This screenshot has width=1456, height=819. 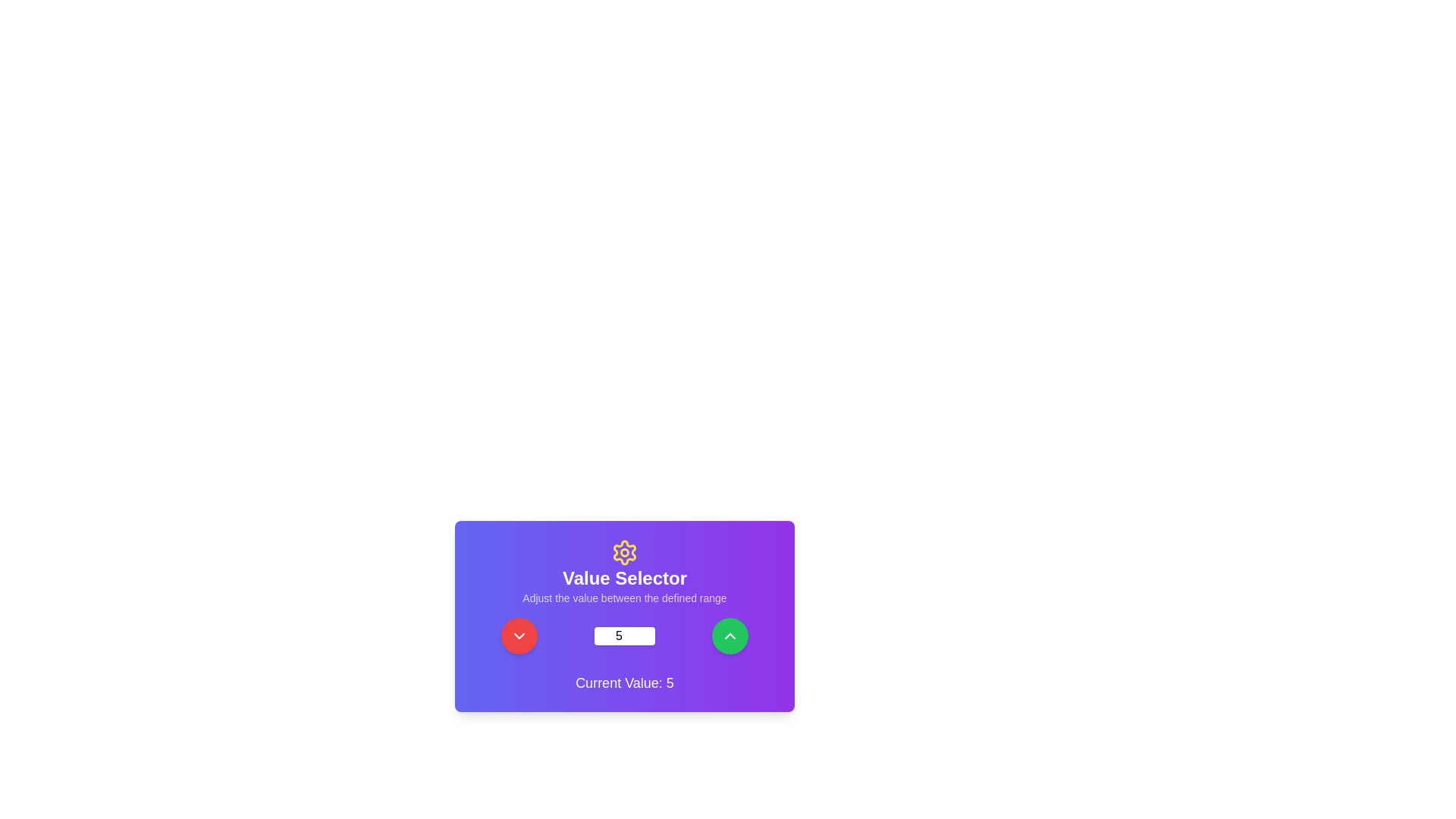 What do you see at coordinates (519, 636) in the screenshot?
I see `the red circular button icon located on the left side of the 'Value Selector' interface` at bounding box center [519, 636].